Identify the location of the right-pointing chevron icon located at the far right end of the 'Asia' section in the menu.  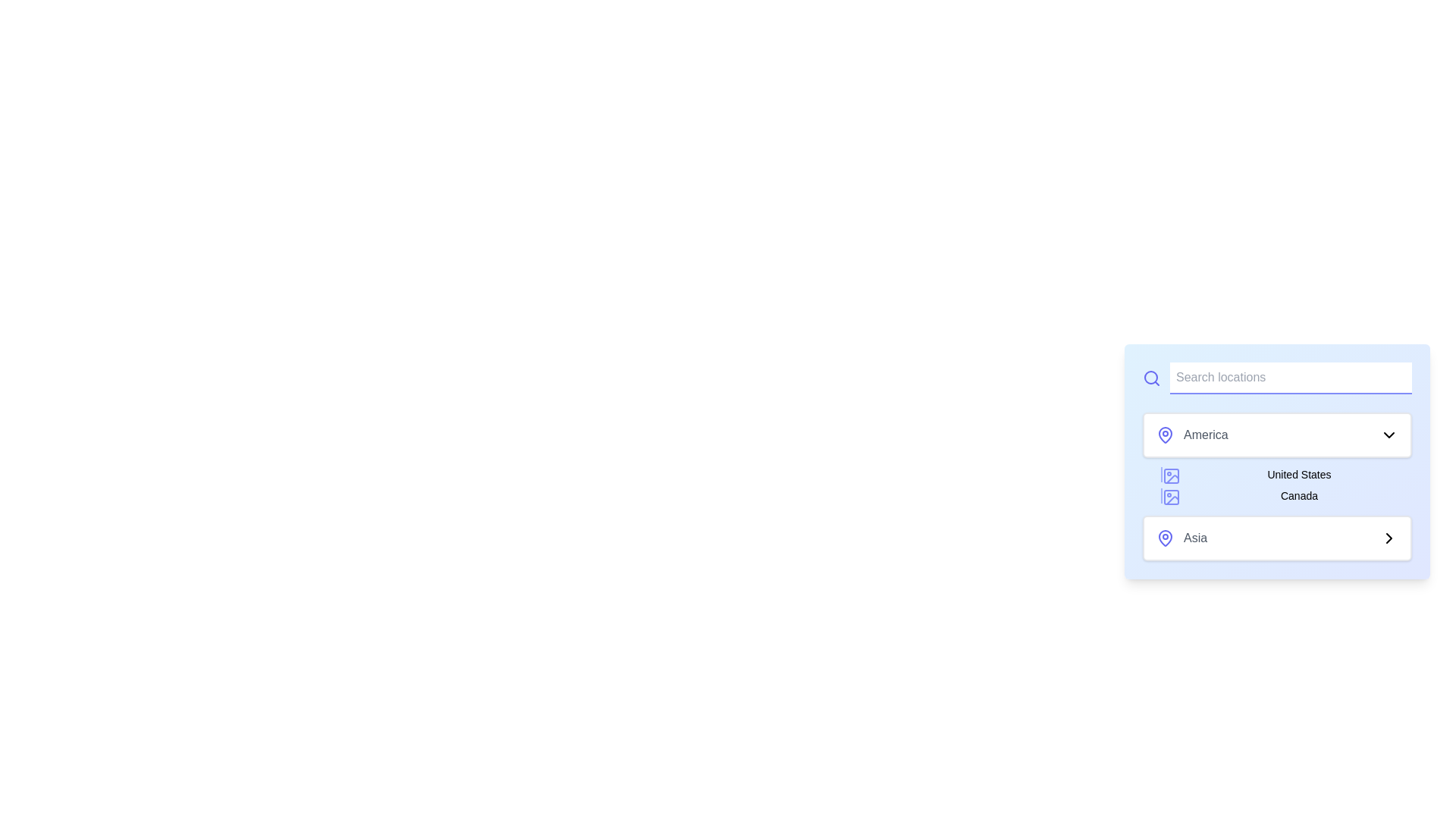
(1389, 537).